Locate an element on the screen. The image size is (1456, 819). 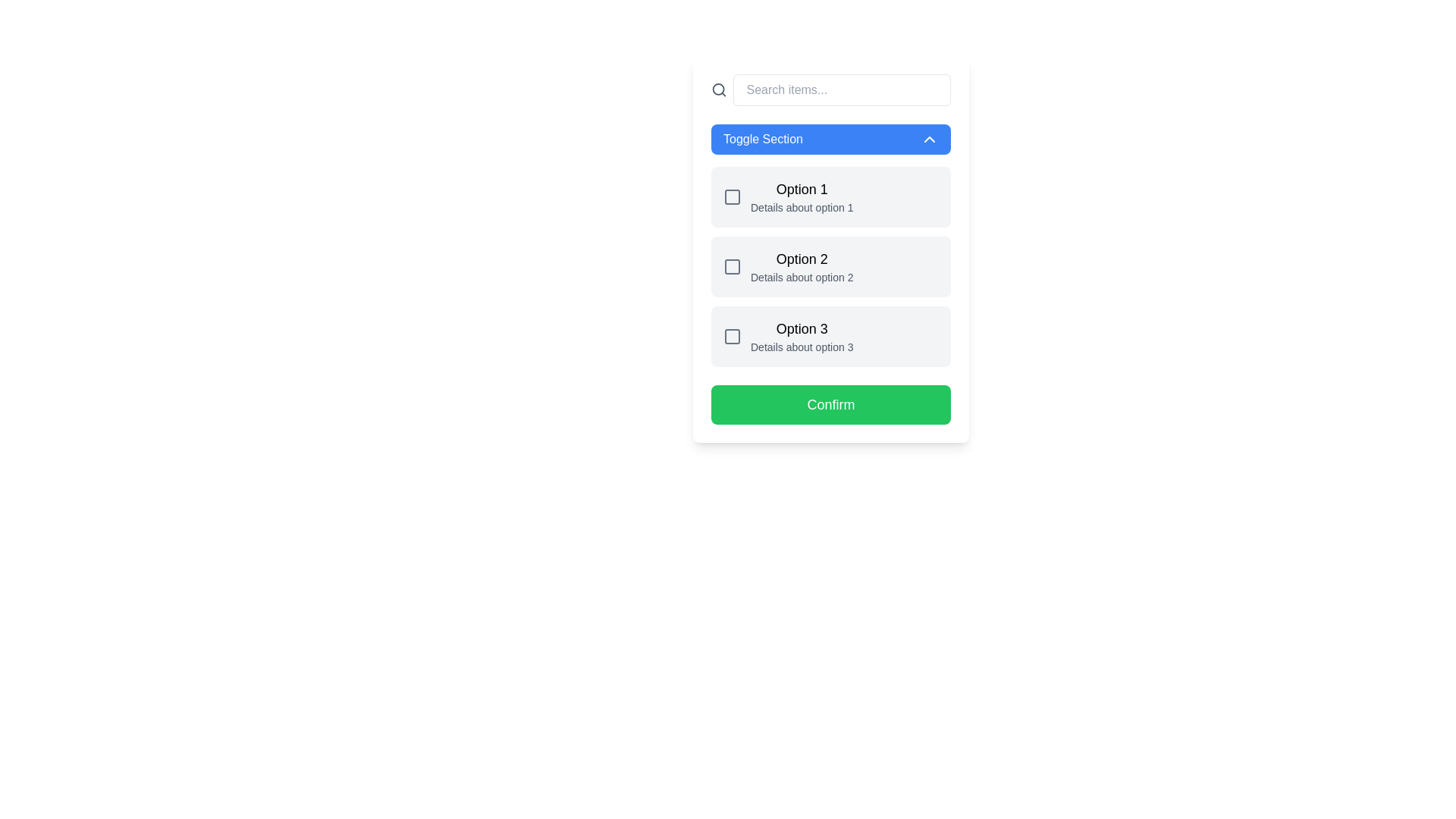
the Chevron icon located at the rightmost end of the 'Toggle Section' button is located at coordinates (928, 140).